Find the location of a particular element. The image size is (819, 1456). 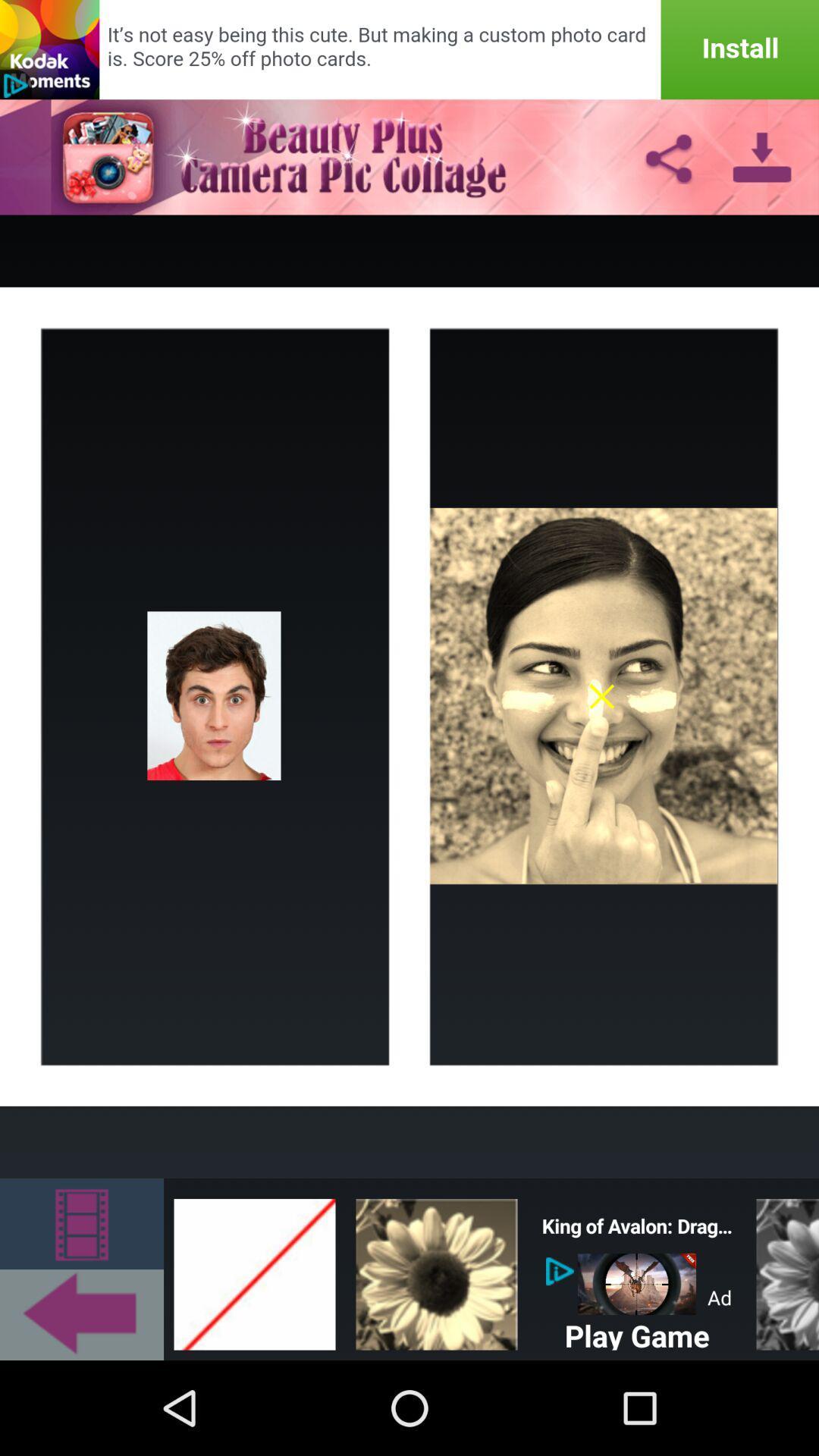

image right to left arrow at bottom left is located at coordinates (253, 1269).